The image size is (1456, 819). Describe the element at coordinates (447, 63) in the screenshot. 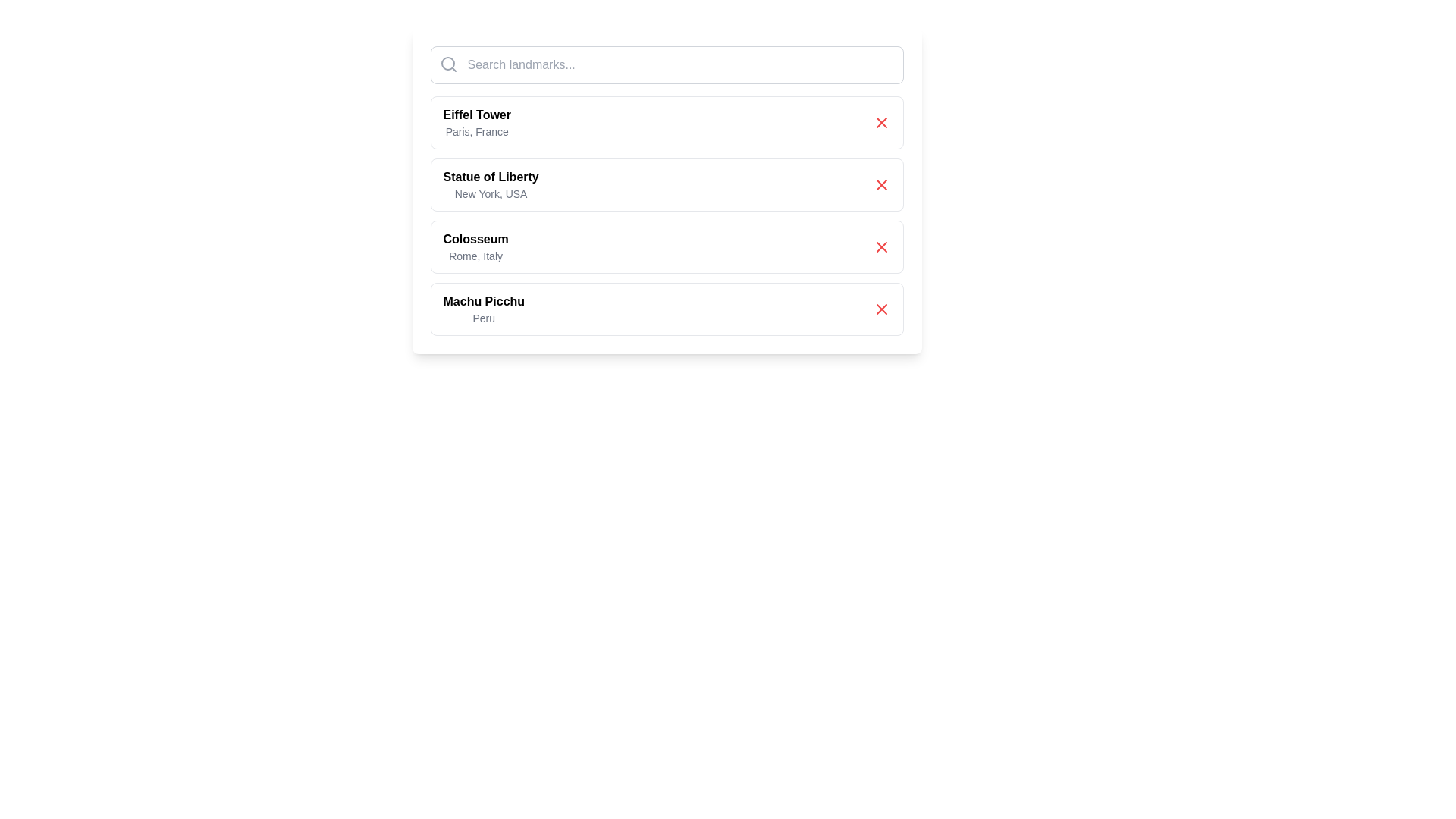

I see `the Decorative Icon that visually indicates the purpose of the adjacent text input field for search functionality, located to the immediate left of the input field with the placeholder 'Search landmarks...'` at that location.